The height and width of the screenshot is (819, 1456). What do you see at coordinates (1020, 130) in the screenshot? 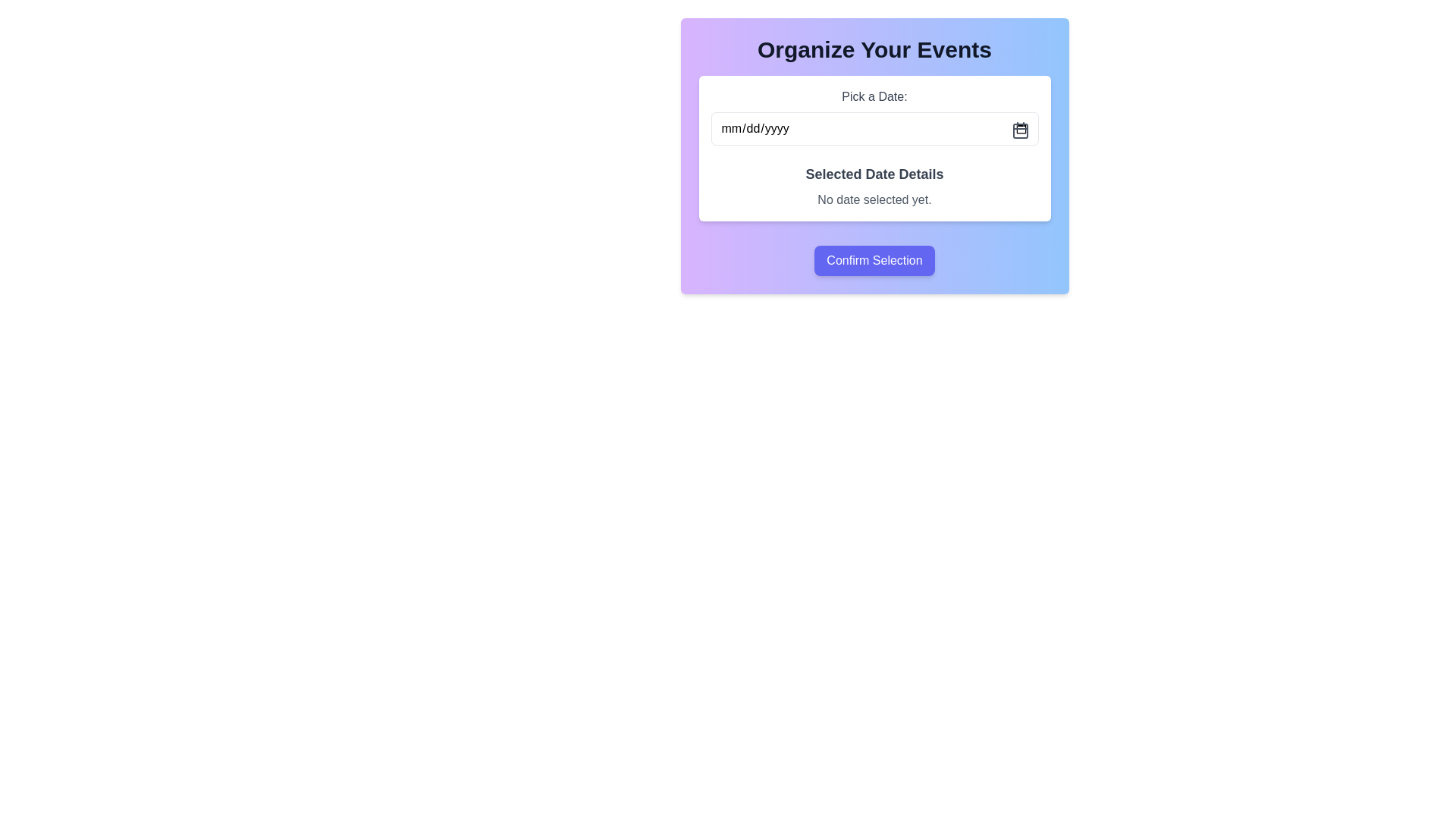
I see `the calendar icon, which is a small rectangle with rounded edges located near the top right corner of the date input field` at bounding box center [1020, 130].